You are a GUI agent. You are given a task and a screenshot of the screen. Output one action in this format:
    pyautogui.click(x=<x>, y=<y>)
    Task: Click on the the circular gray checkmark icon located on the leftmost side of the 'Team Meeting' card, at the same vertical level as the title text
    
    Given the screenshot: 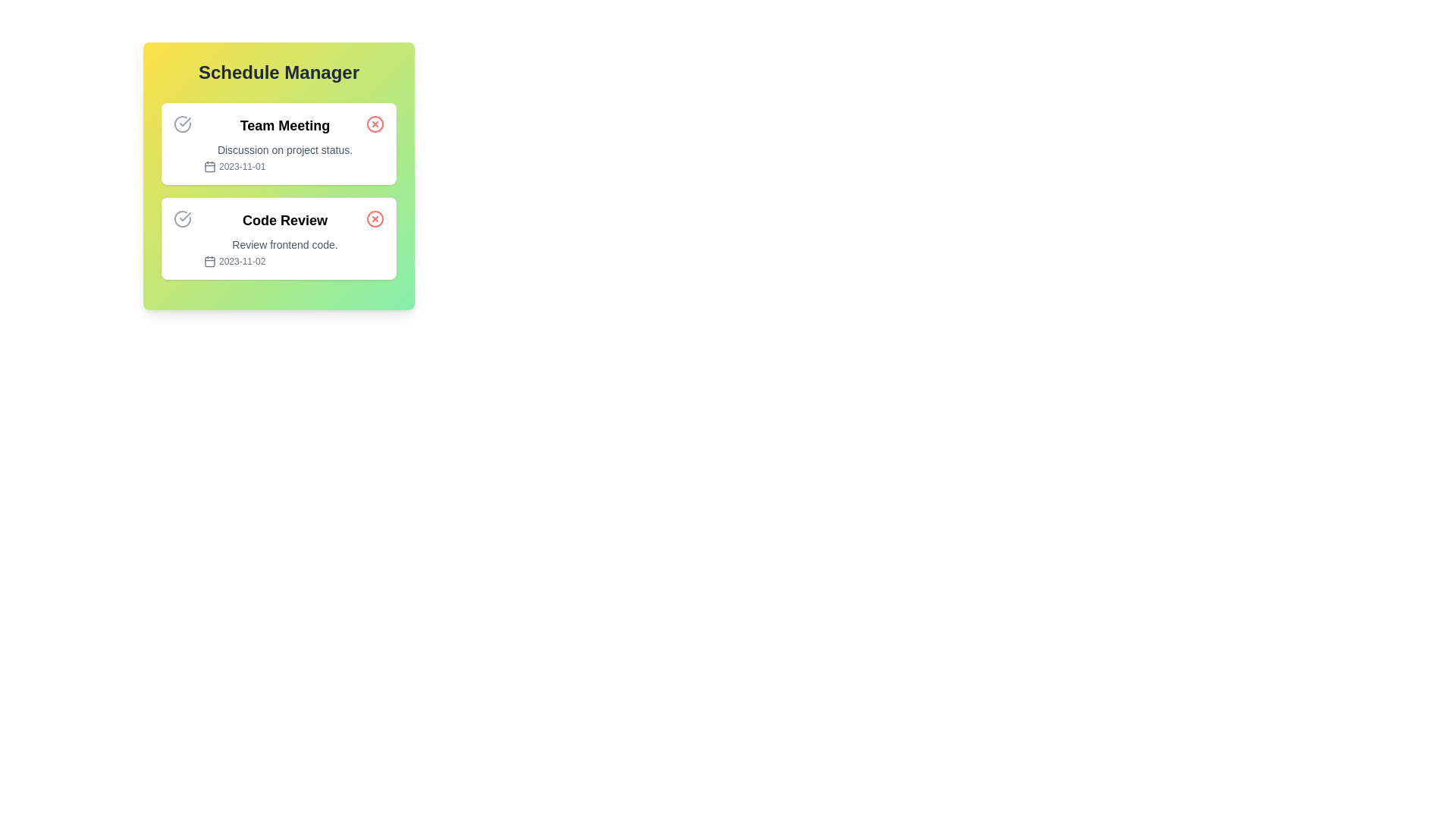 What is the action you would take?
    pyautogui.click(x=182, y=124)
    